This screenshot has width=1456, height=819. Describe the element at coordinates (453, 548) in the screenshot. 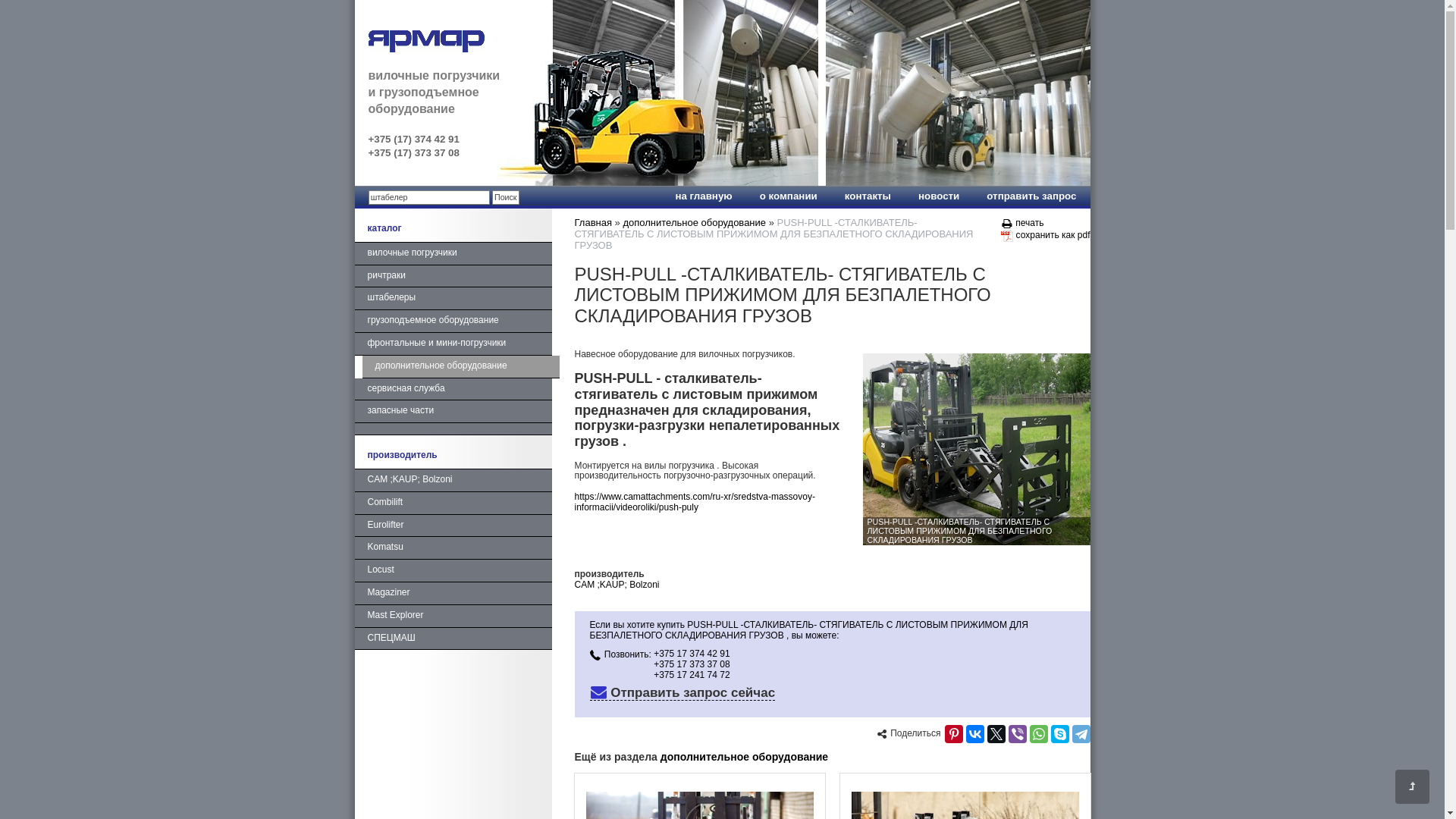

I see `'Komatsu'` at that location.